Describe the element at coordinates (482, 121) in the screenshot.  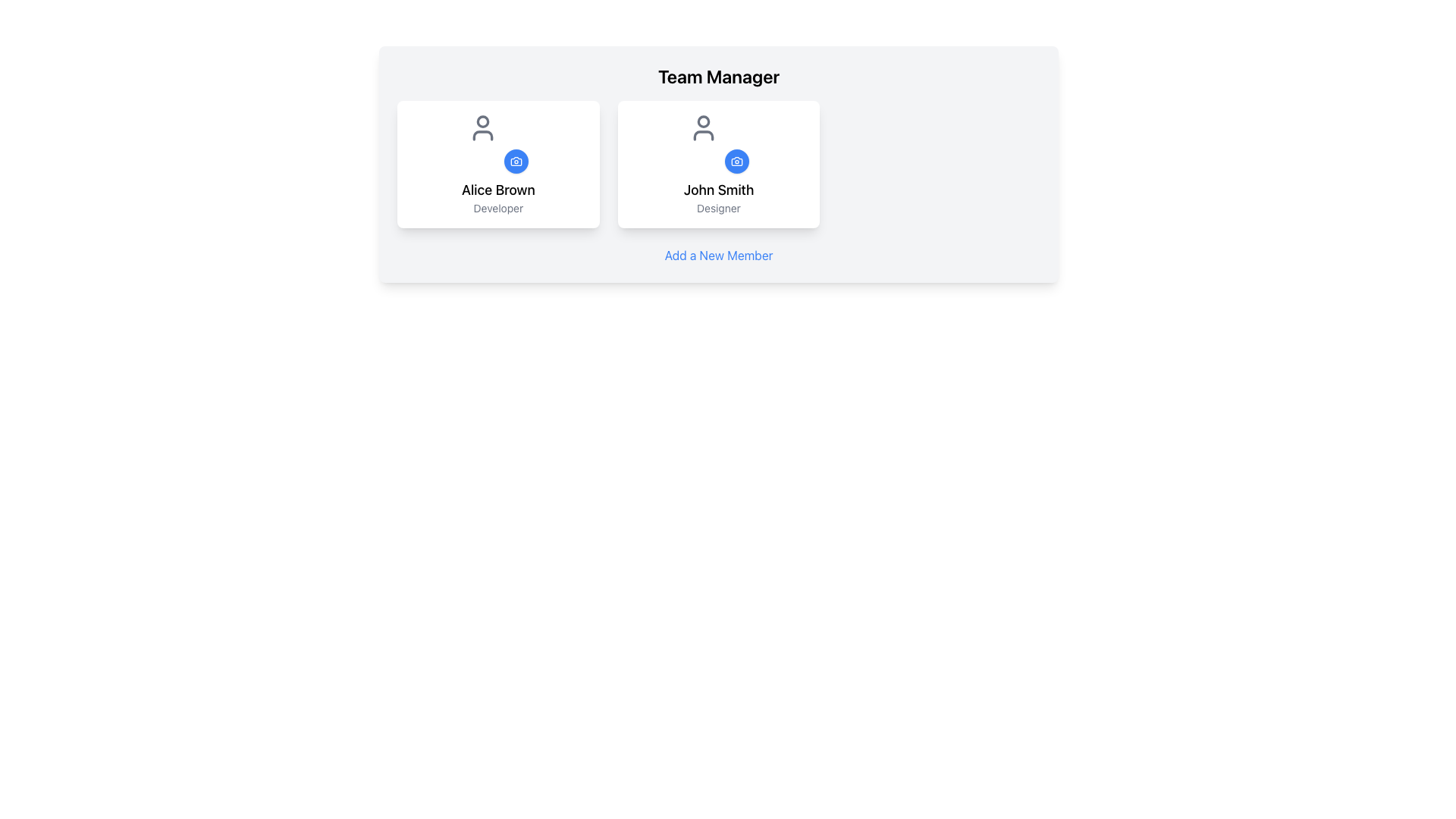
I see `the SVG shape that visually represents the head in the user icon located in the left profile card of the interface, part of the profile image area for 'Alice Brown, Developer.'` at that location.